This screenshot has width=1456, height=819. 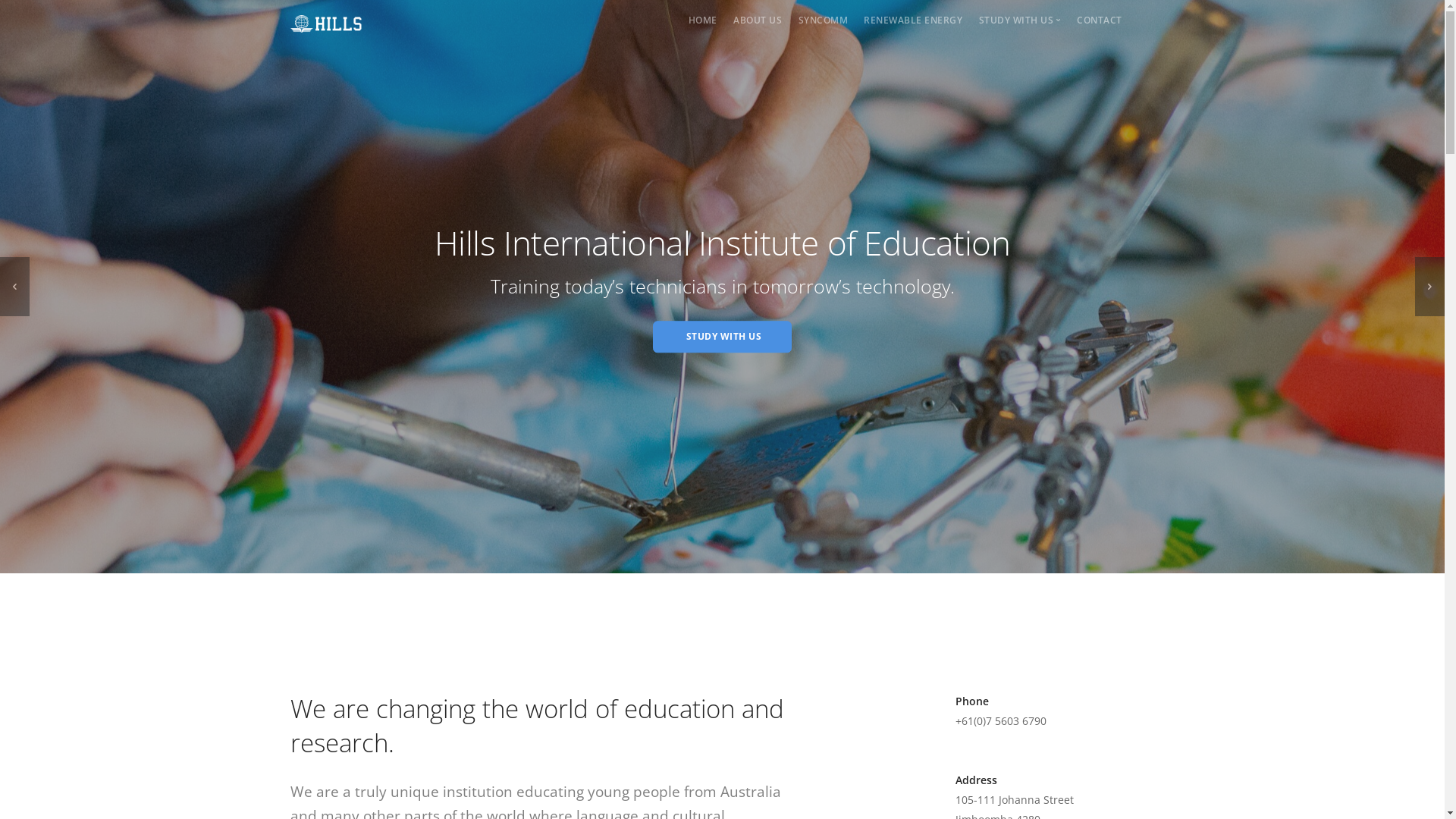 I want to click on 'ABOUT US', so click(x=757, y=20).